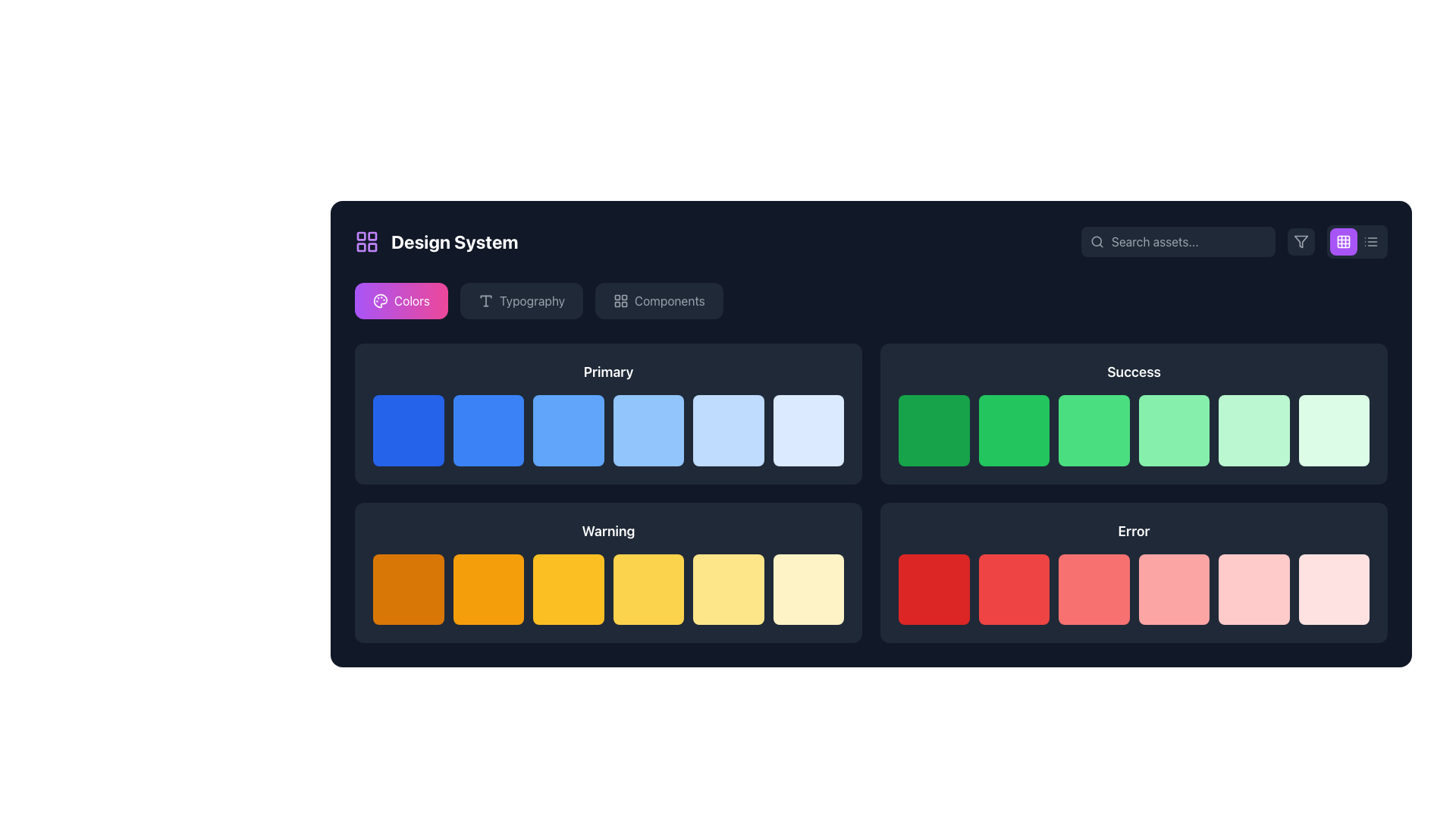 This screenshot has height=819, width=1456. I want to click on the grid layout selector button, which is represented by a nine-square grid icon enclosed in a purple circular button located in the top-right corner of the interface, so click(1343, 241).